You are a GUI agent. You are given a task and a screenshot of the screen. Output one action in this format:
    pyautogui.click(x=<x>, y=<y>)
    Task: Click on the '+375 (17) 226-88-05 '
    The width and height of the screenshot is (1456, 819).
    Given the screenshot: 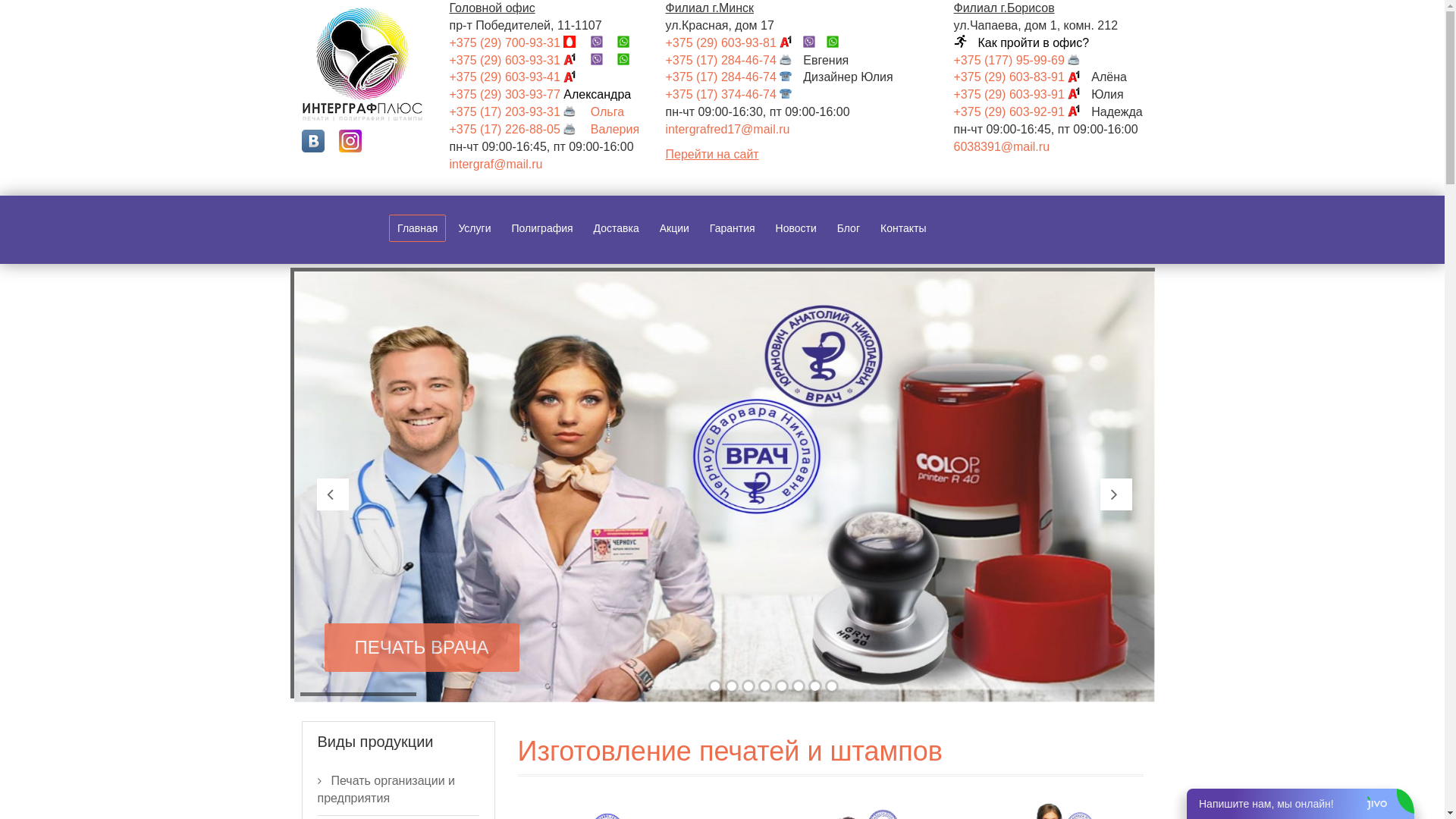 What is the action you would take?
    pyautogui.click(x=517, y=128)
    